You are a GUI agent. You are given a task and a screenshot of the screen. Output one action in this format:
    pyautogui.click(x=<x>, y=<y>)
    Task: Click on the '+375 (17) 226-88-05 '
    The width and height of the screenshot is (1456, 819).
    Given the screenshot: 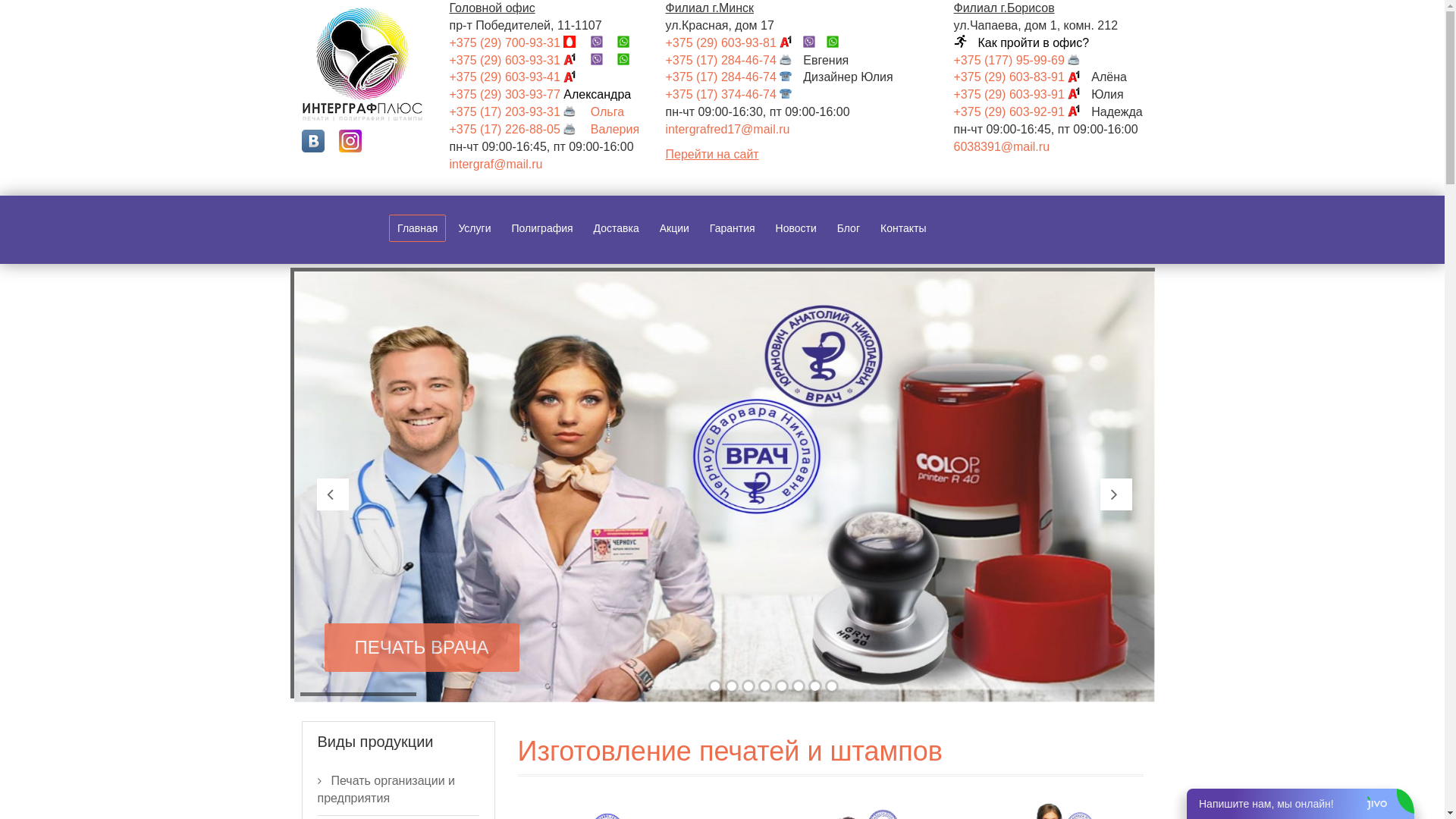 What is the action you would take?
    pyautogui.click(x=517, y=128)
    